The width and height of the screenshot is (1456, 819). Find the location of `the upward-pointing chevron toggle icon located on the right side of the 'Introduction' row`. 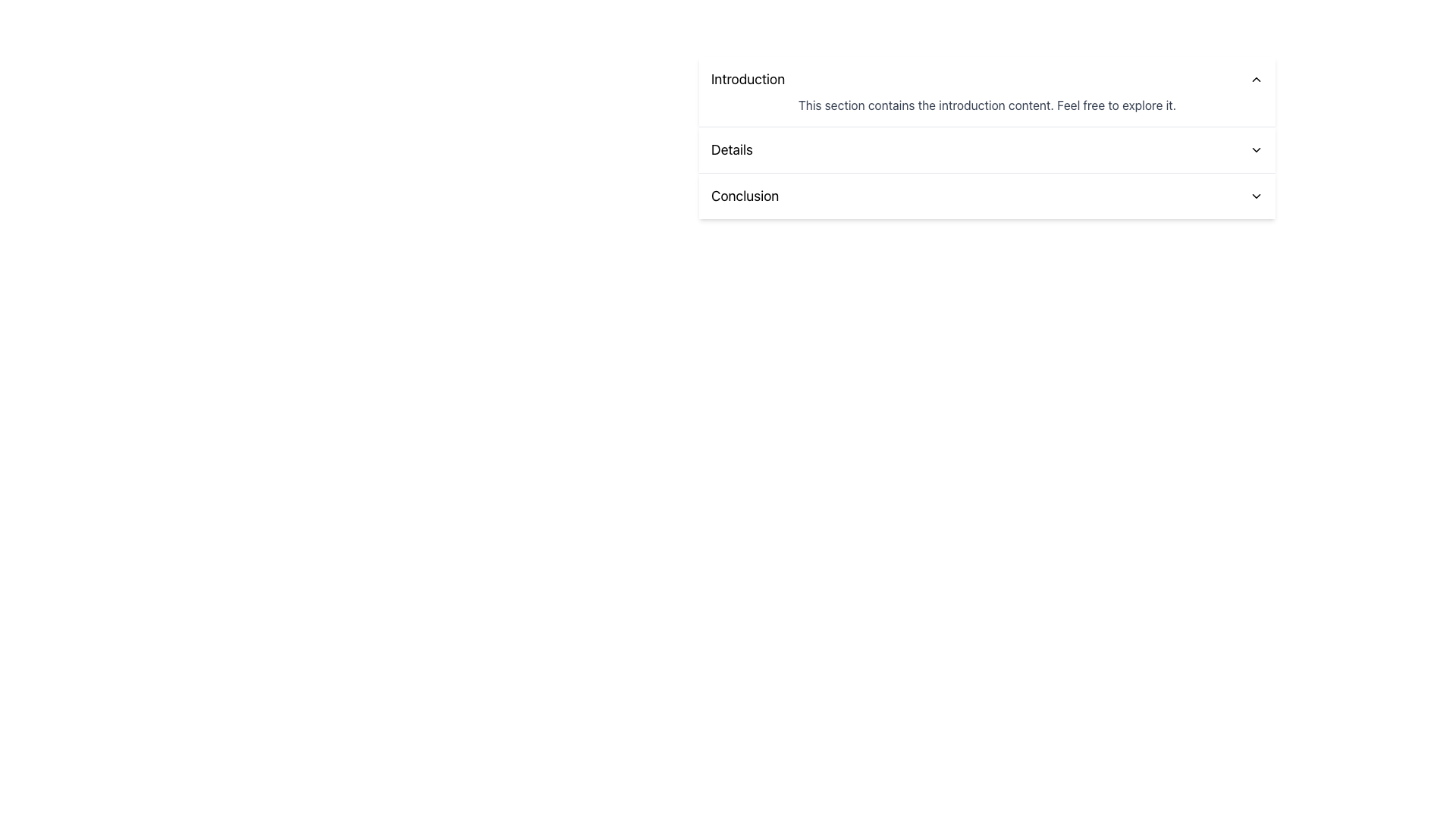

the upward-pointing chevron toggle icon located on the right side of the 'Introduction' row is located at coordinates (1256, 79).